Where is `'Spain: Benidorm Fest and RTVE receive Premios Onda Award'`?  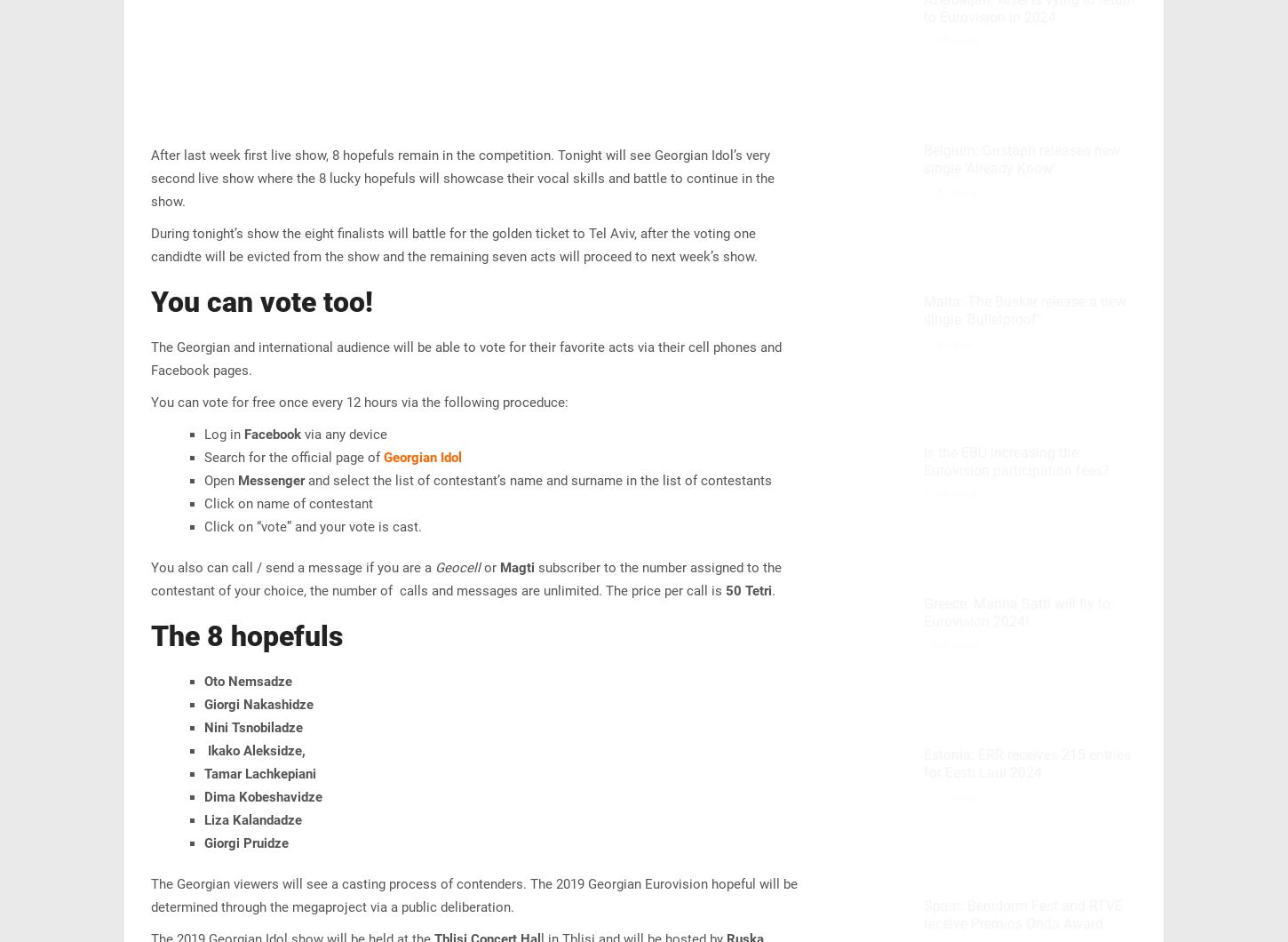
'Spain: Benidorm Fest and RTVE receive Premios Onda Award' is located at coordinates (1022, 914).